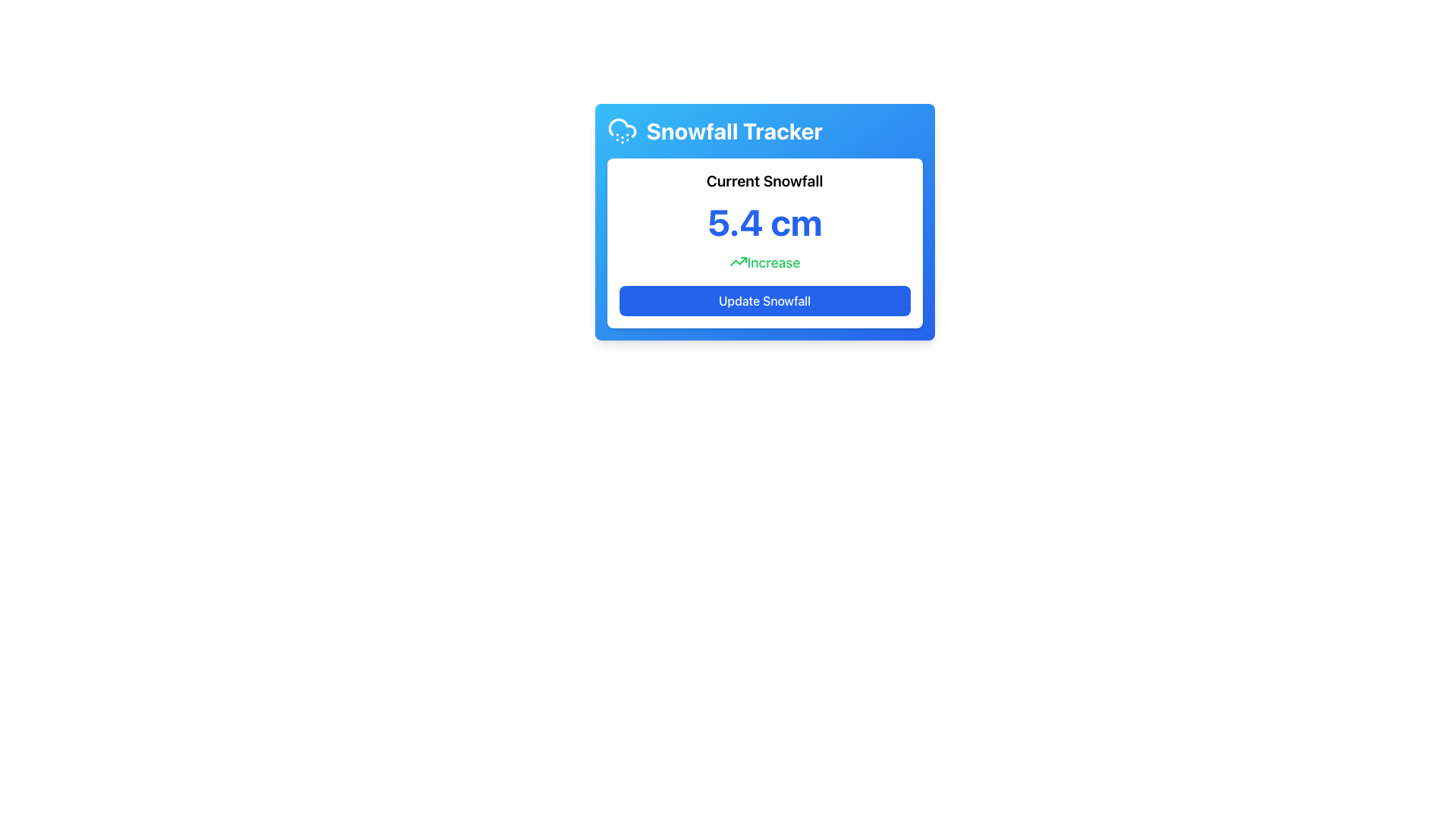  What do you see at coordinates (622, 130) in the screenshot?
I see `the white cloud icon representing snowfall, which is located in the header section of the 'Snowfall Tracker' widget, to the left of the 'Snowfall Tracker' text` at bounding box center [622, 130].